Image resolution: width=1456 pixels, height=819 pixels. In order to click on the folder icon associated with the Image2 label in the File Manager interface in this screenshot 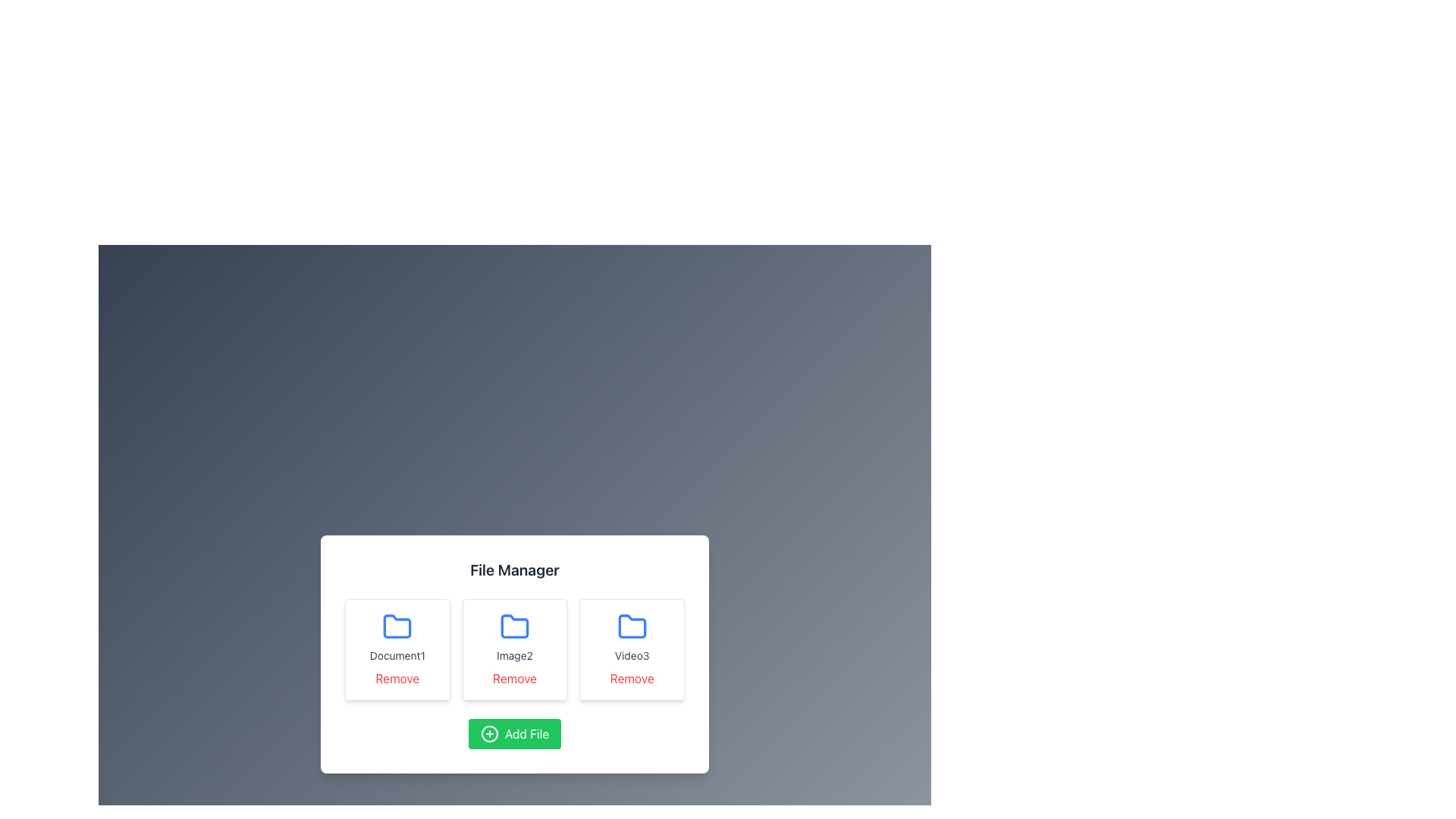, I will do `click(514, 626)`.